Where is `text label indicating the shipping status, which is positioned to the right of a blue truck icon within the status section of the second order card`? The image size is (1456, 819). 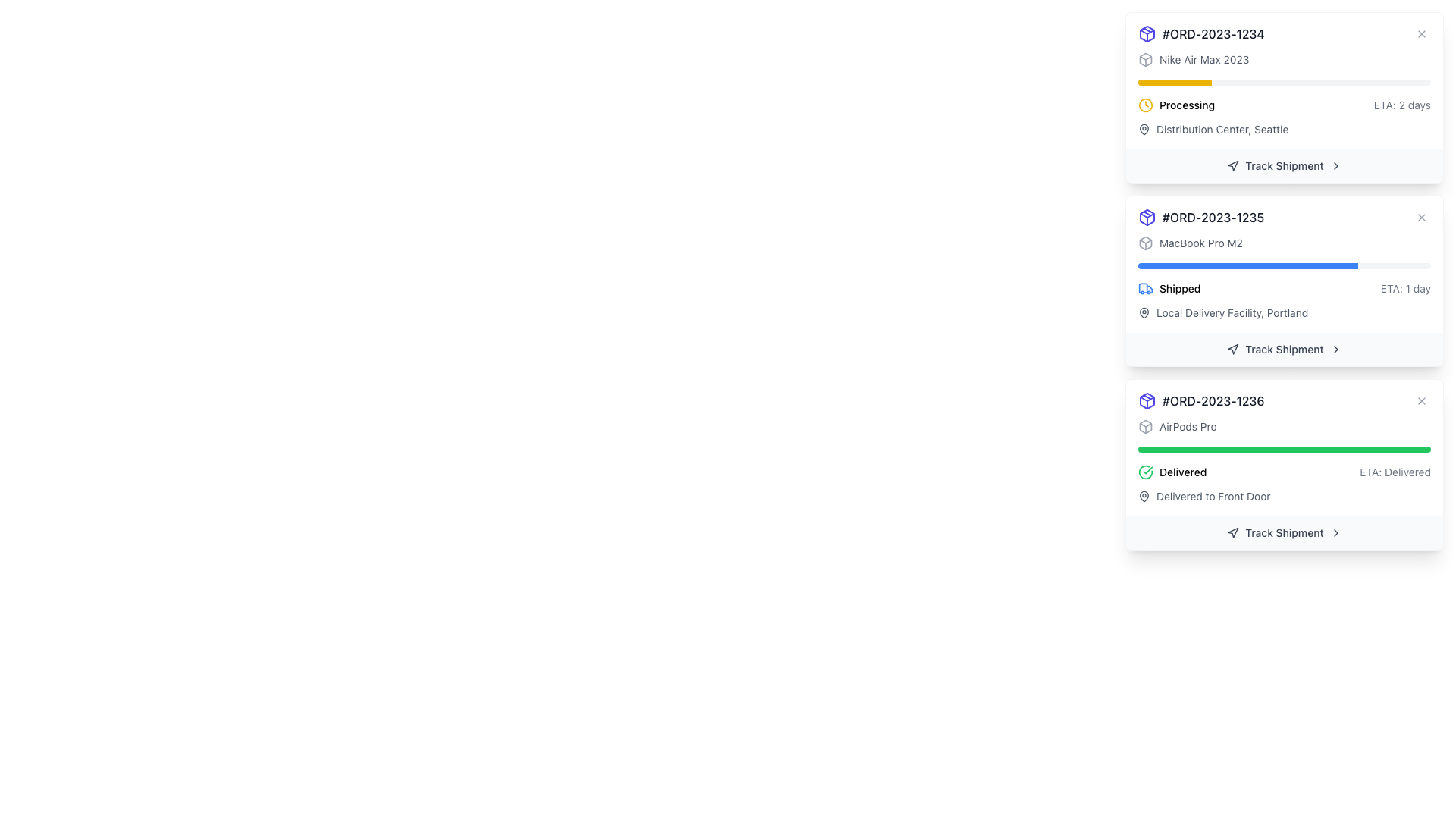 text label indicating the shipping status, which is positioned to the right of a blue truck icon within the status section of the second order card is located at coordinates (1179, 289).